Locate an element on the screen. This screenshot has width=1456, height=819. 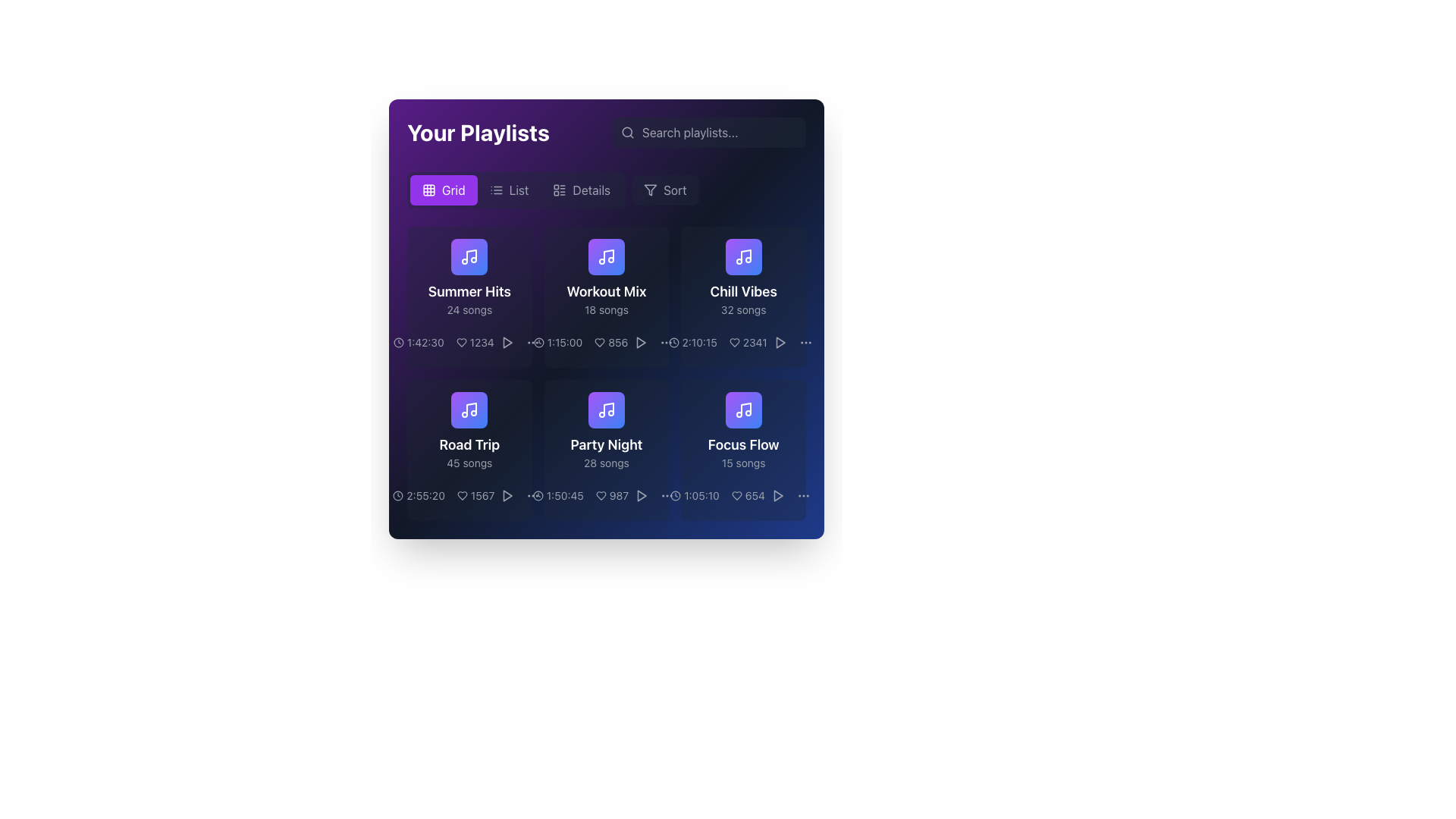
the circular graphical element of the magnifying glass icon located to the left of the search input field is located at coordinates (627, 131).